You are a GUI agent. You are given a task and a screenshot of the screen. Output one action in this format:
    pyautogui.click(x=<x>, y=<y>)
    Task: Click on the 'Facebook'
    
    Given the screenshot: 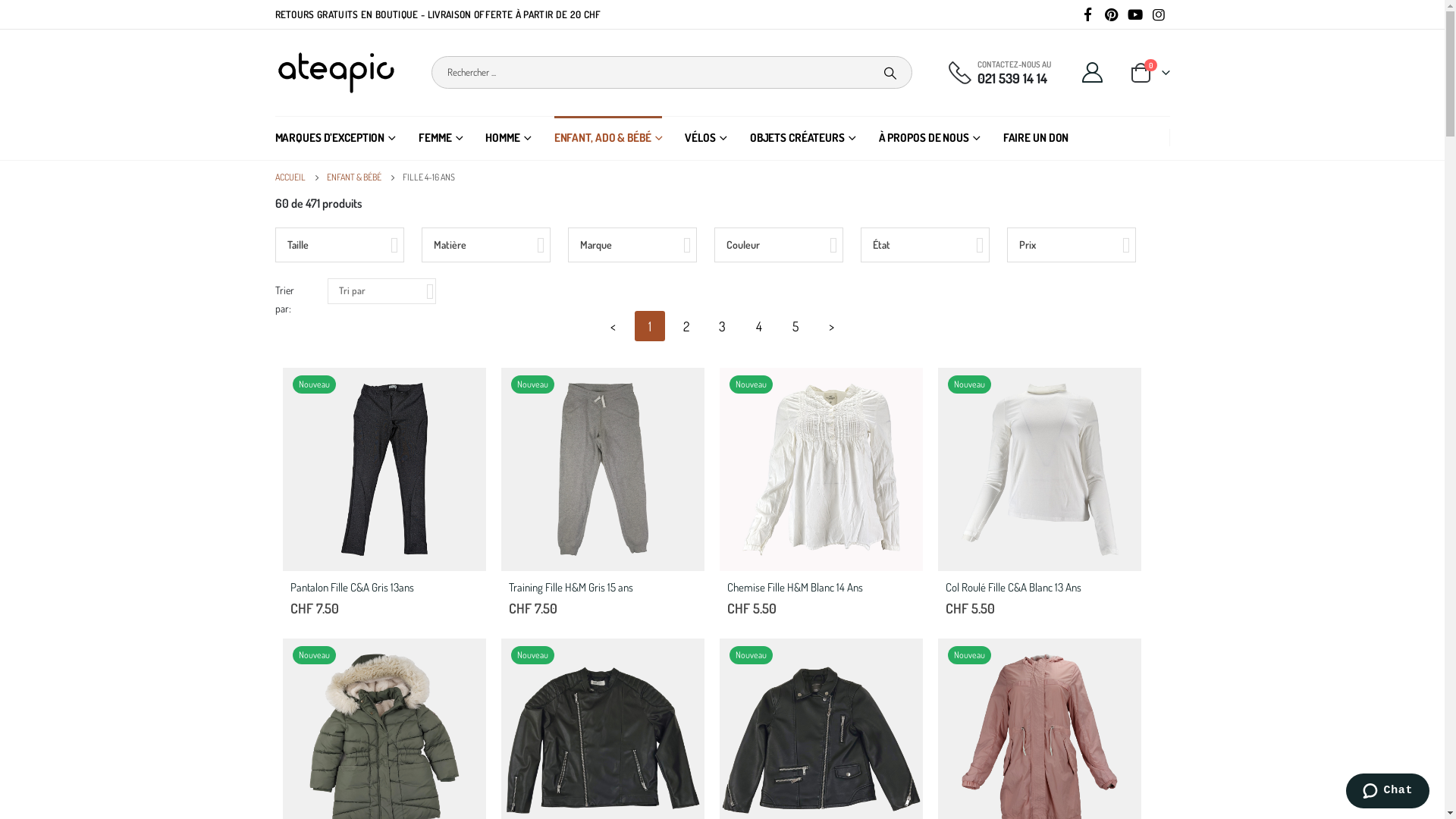 What is the action you would take?
    pyautogui.click(x=1087, y=14)
    